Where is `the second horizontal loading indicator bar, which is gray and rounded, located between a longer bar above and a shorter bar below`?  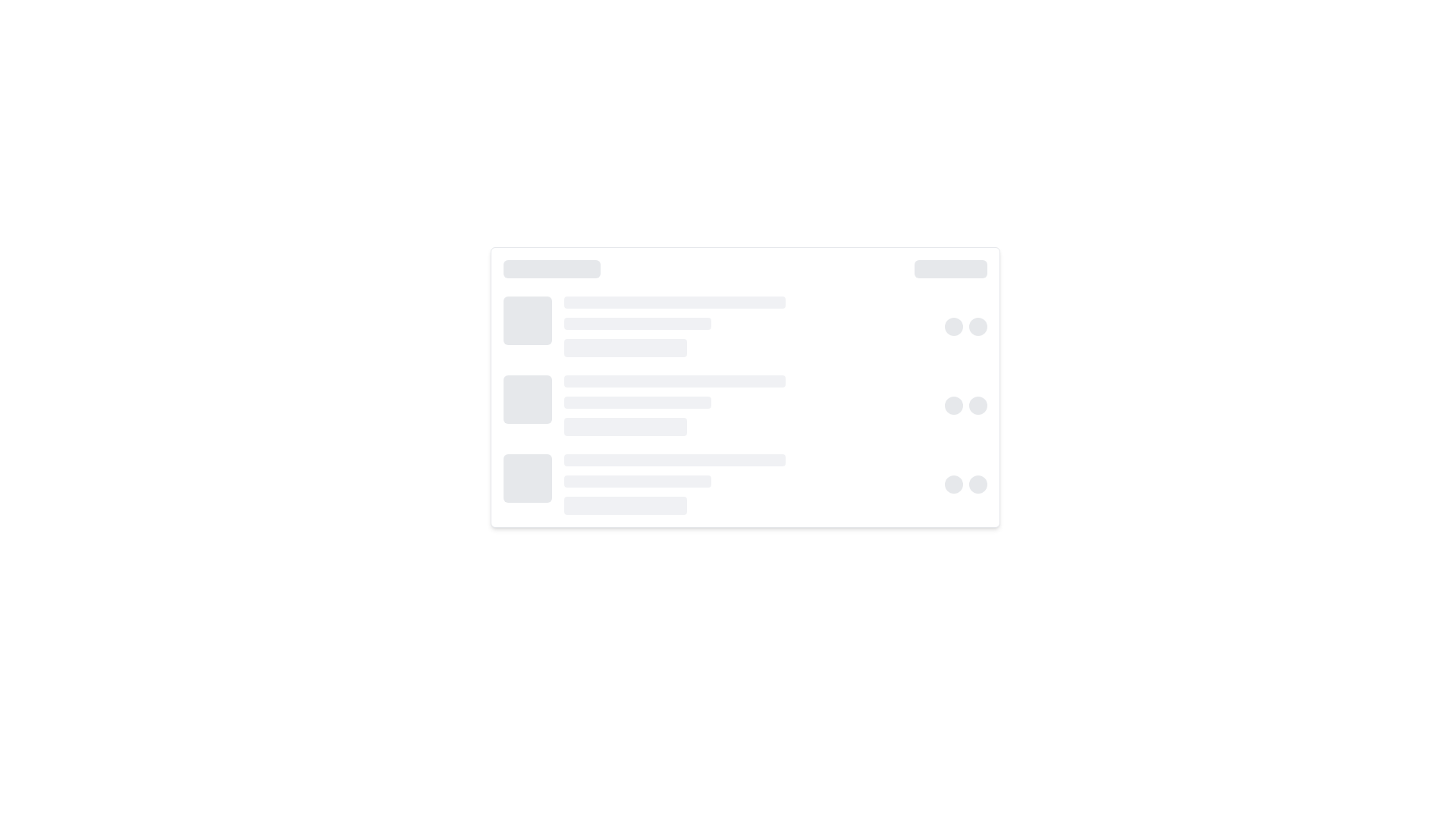
the second horizontal loading indicator bar, which is gray and rounded, located between a longer bar above and a shorter bar below is located at coordinates (638, 323).